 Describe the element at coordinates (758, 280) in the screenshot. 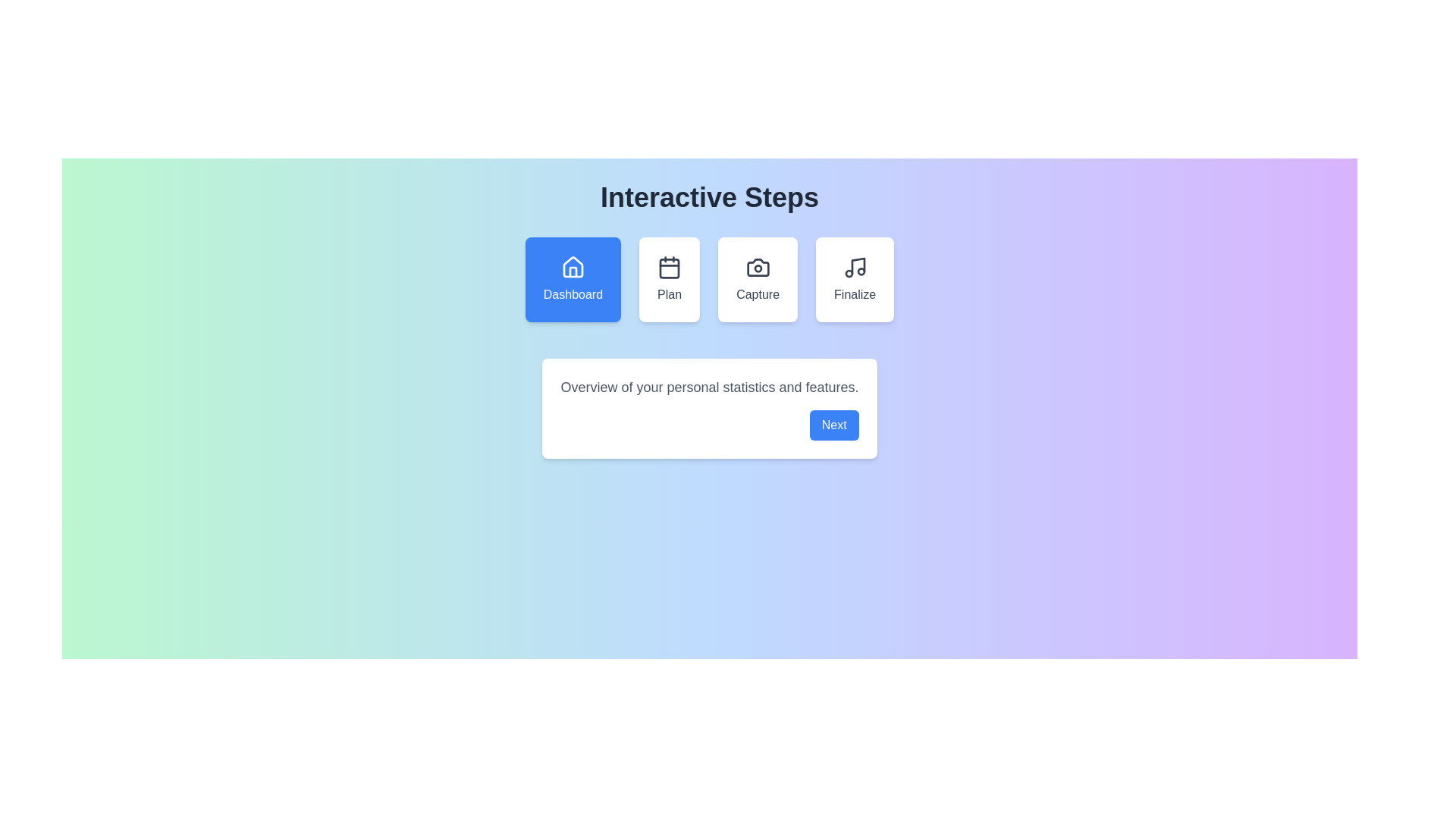

I see `the step Capture by clicking on its icon` at that location.